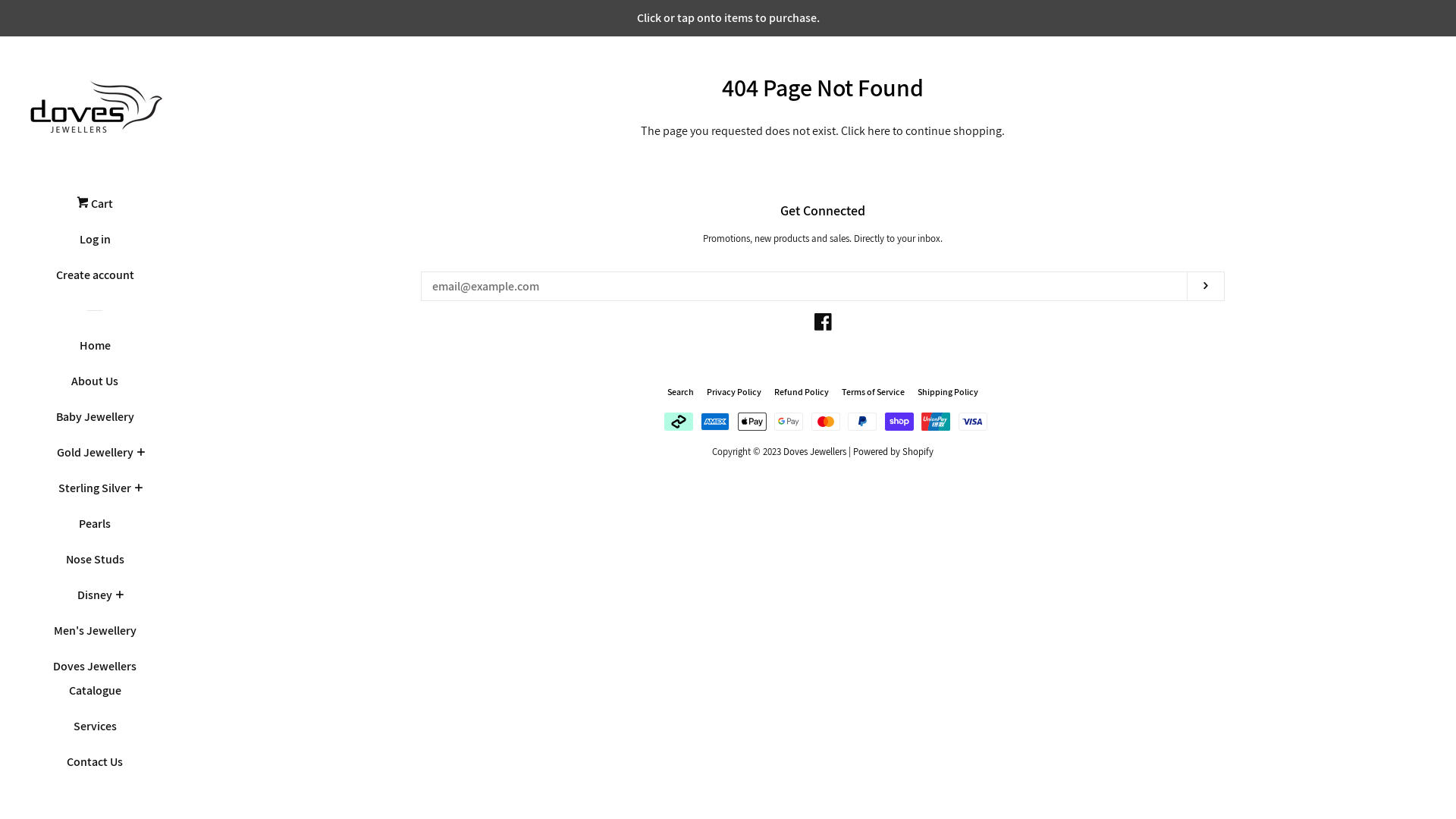 The width and height of the screenshot is (1456, 819). I want to click on 'Facebook', so click(821, 324).